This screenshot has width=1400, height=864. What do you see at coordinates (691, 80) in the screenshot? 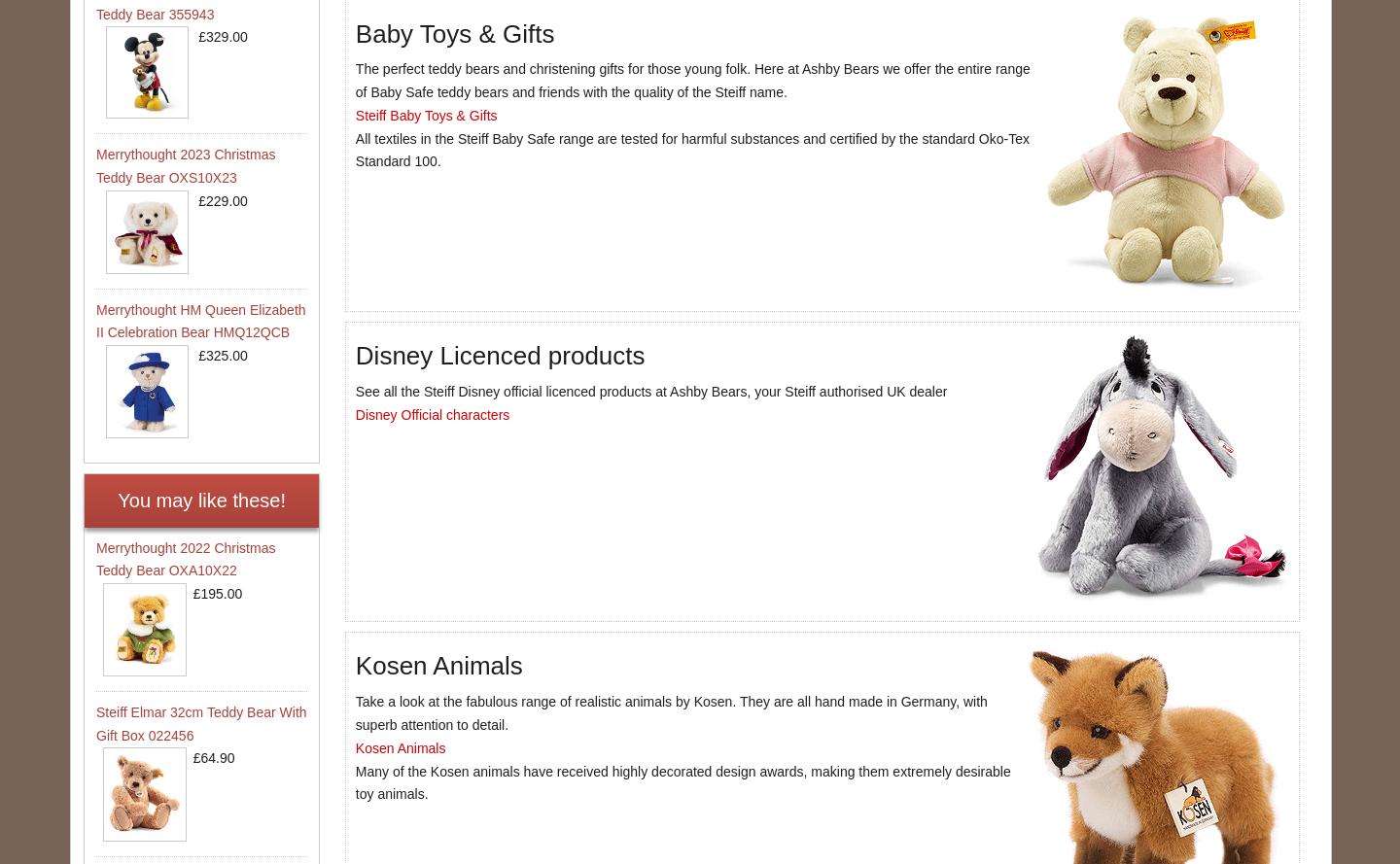
I see `'The perfect teddy bears and christening gifts for those young folk. Here at Ashby Bears we offer the entire range of Baby Safe teddy bears and friends with the quality of the Steiff name.'` at bounding box center [691, 80].